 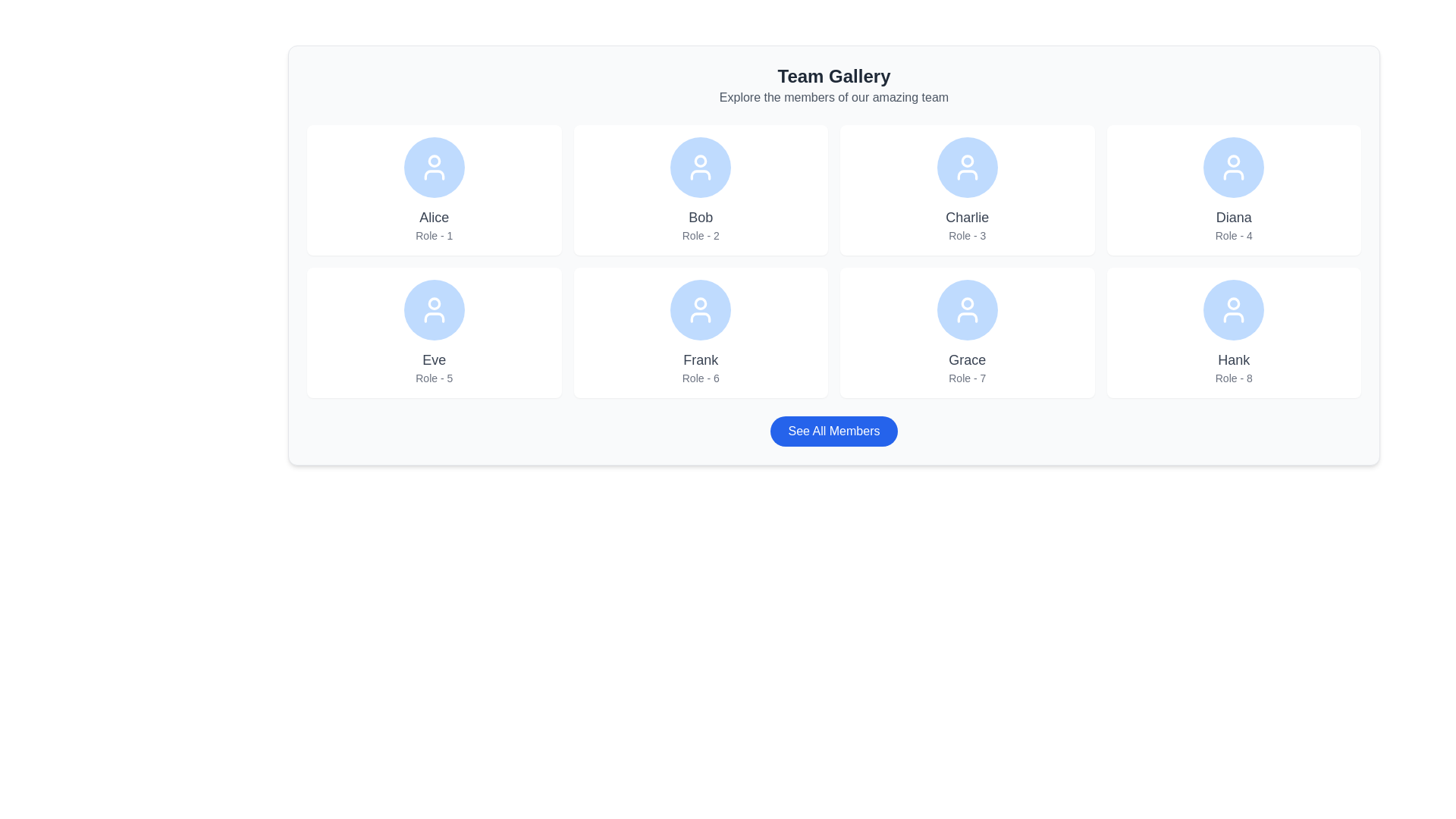 I want to click on the user avatar icon, which is visually represented as a light blue circular background with a white user silhouette, located in the fourth column of the second row within a grid layout, central to the card labeled 'Hank Role - 8', so click(x=1234, y=309).